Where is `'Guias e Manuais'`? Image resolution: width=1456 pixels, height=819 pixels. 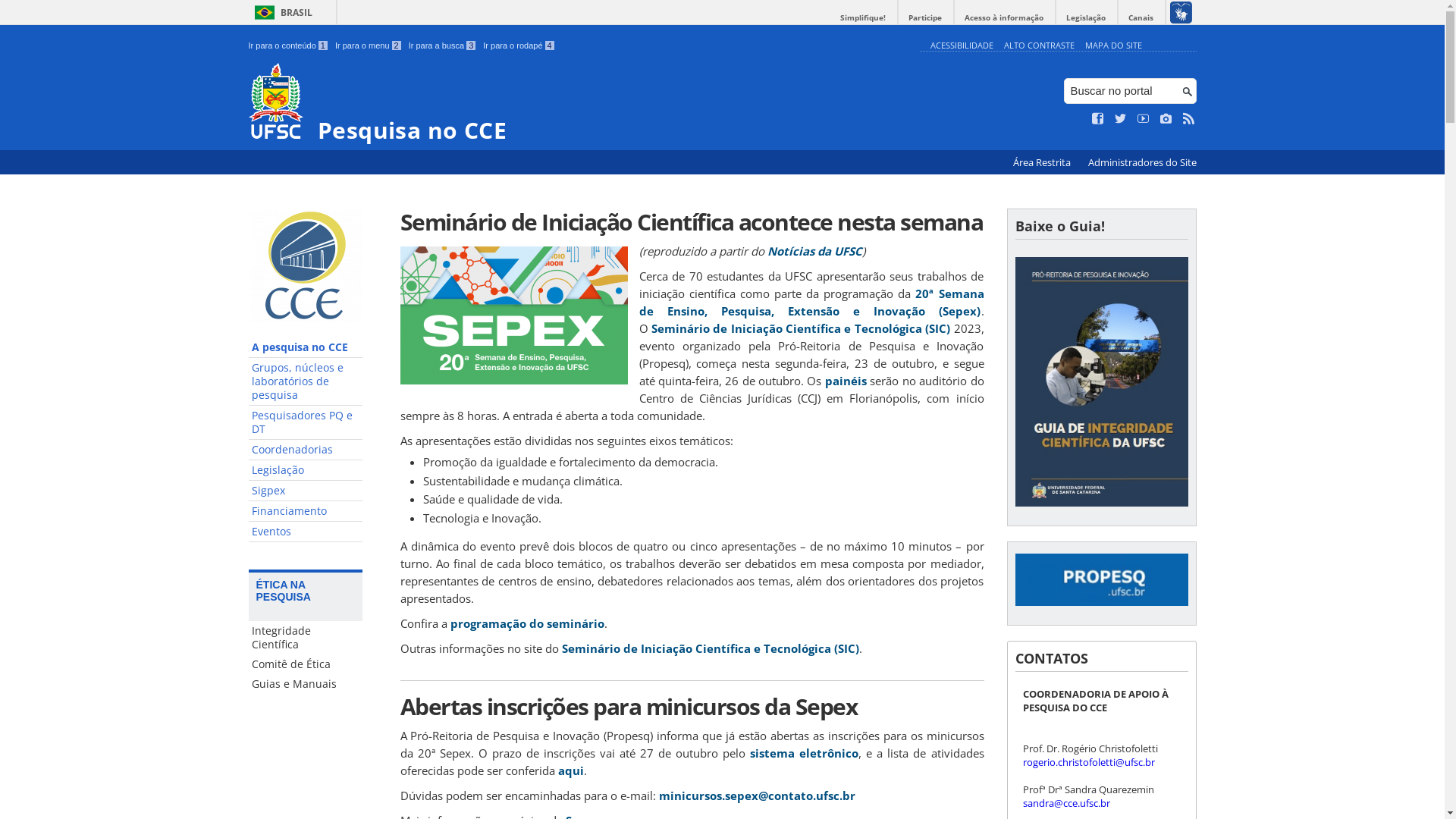
'Guias e Manuais' is located at coordinates (305, 684).